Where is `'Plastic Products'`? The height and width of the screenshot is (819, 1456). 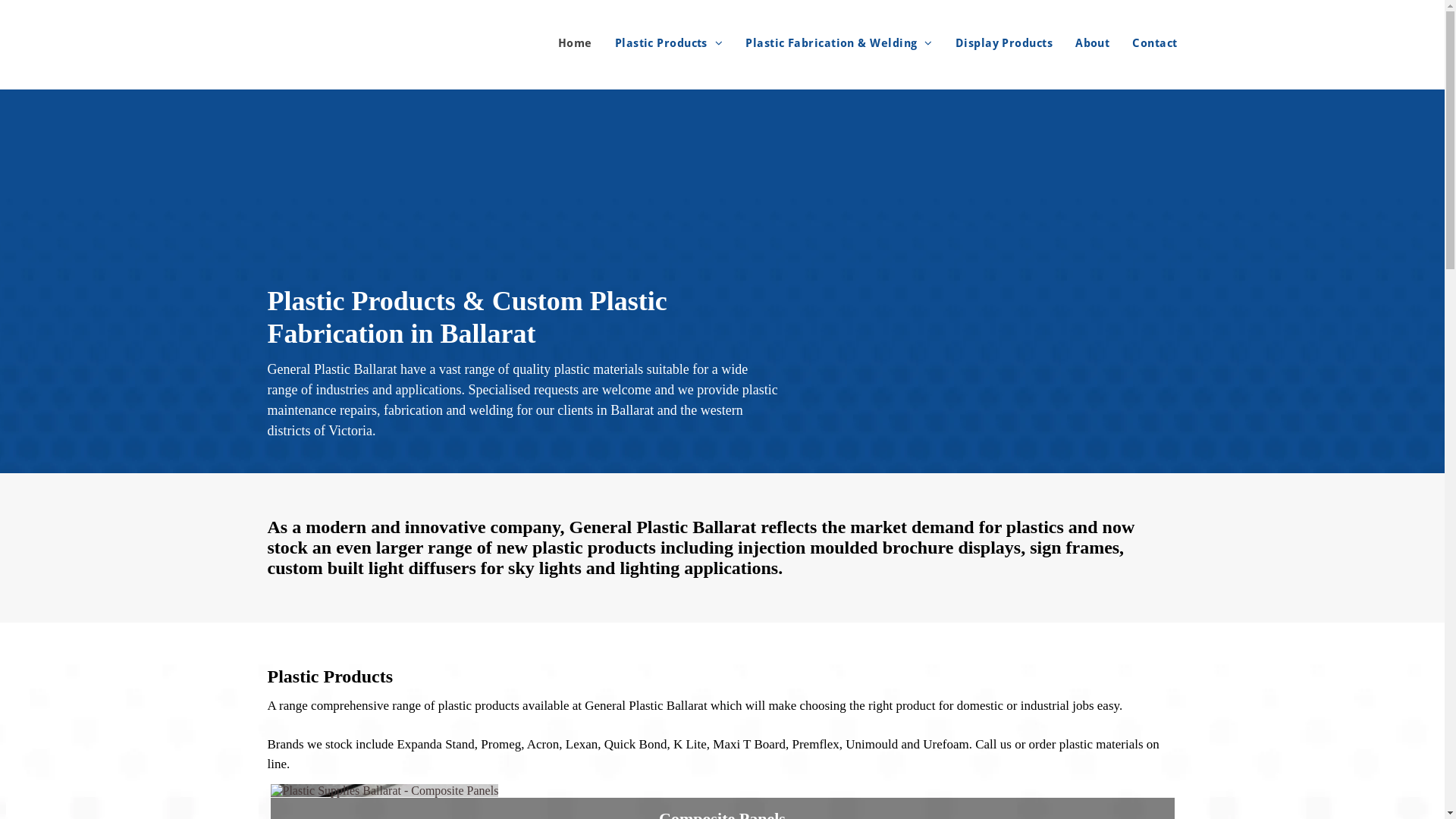 'Plastic Products' is located at coordinates (591, 42).